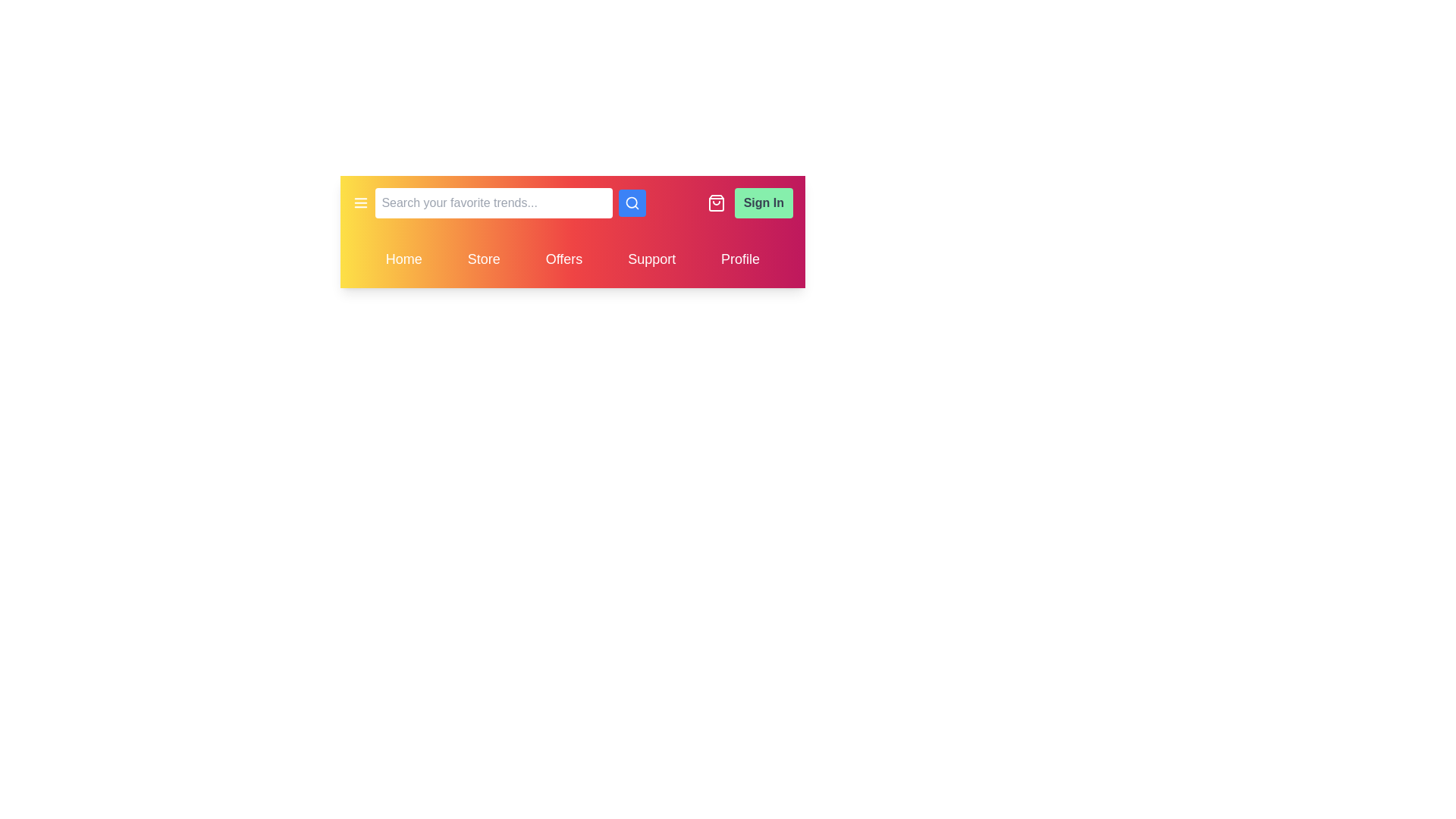  I want to click on the navigation button labeled Support, so click(651, 259).